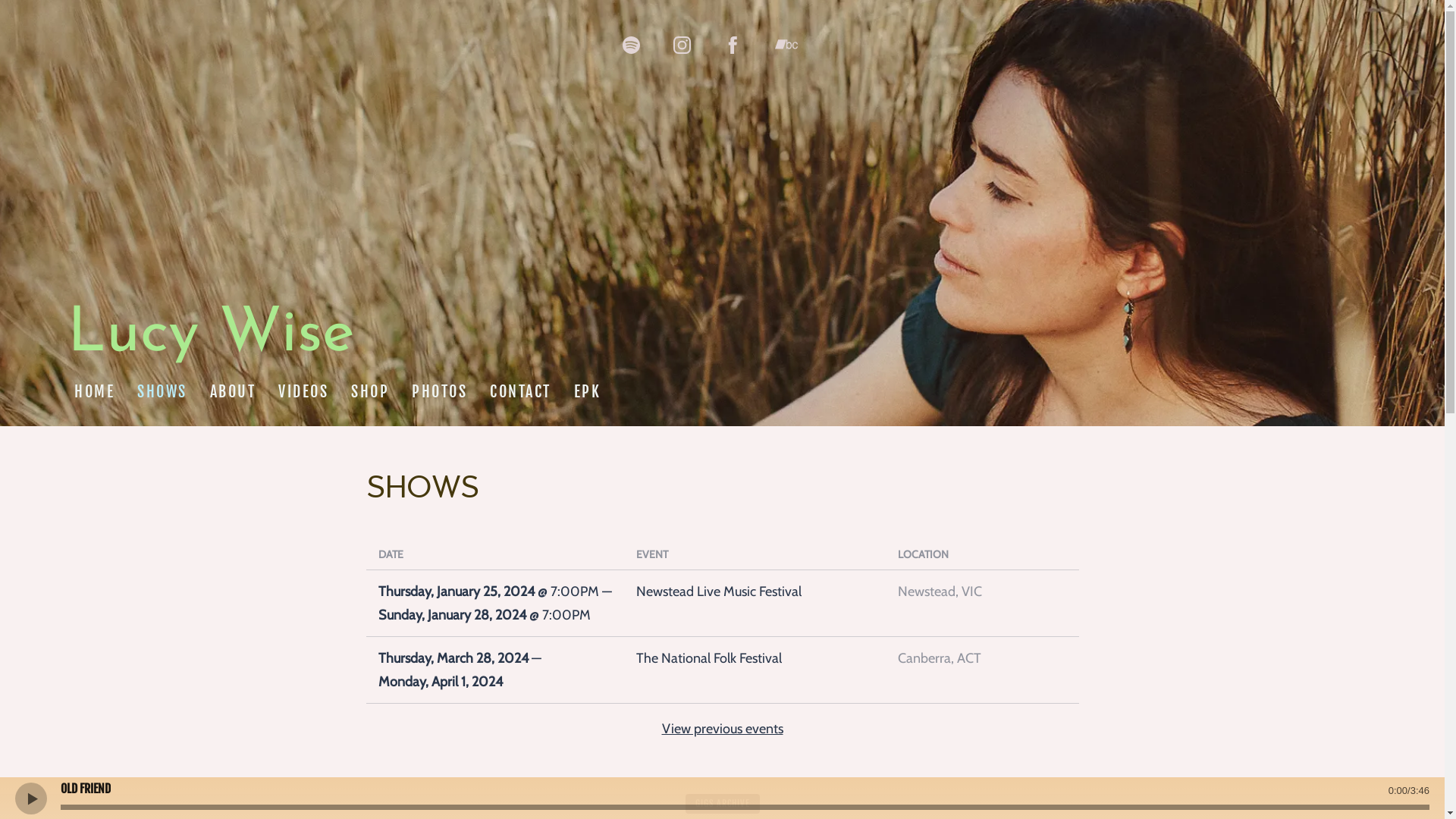  I want to click on 'Newstead Live Music Festival', so click(635, 591).